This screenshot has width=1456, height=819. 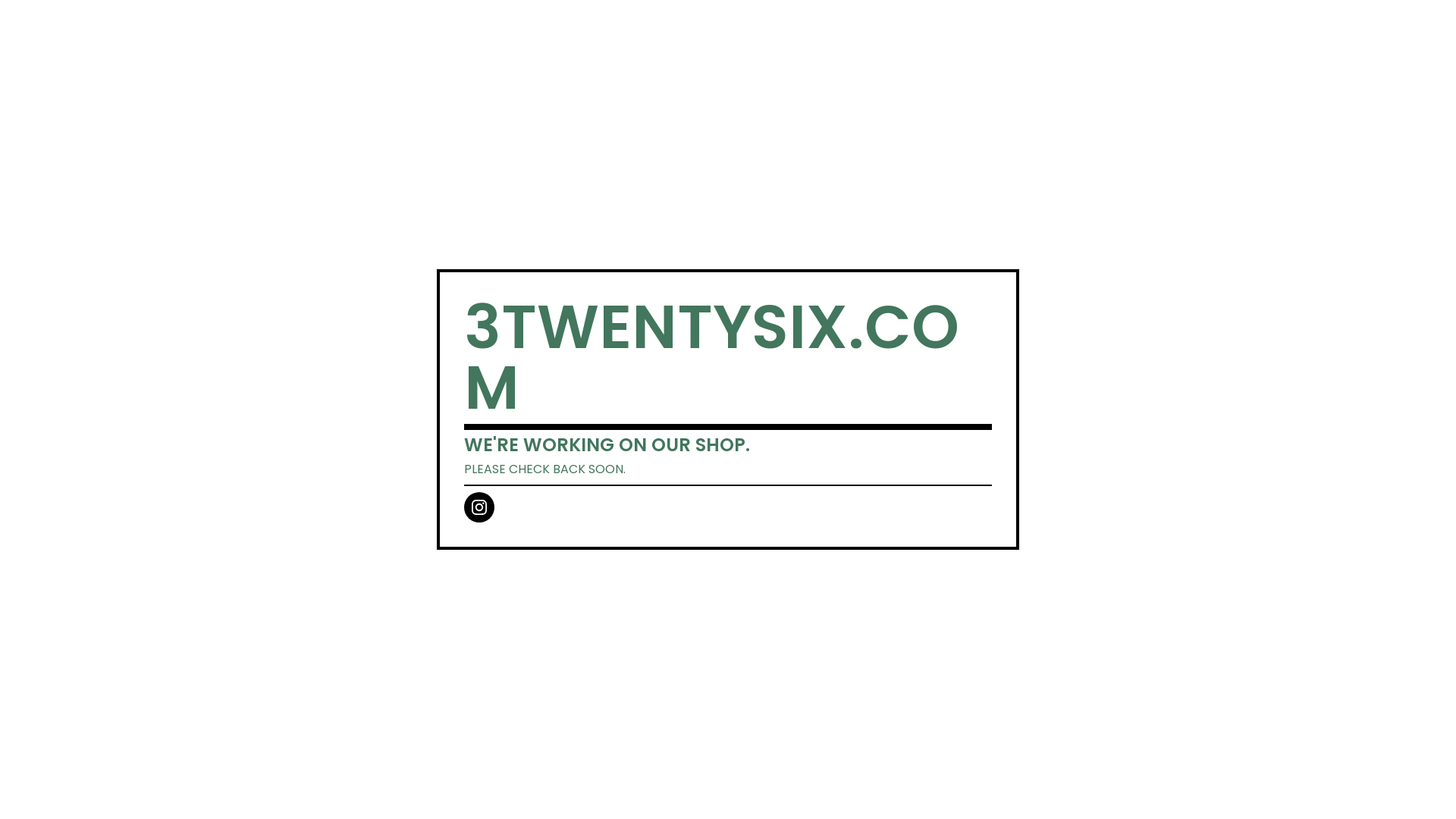 What do you see at coordinates (463, 507) in the screenshot?
I see `'Instagram'` at bounding box center [463, 507].